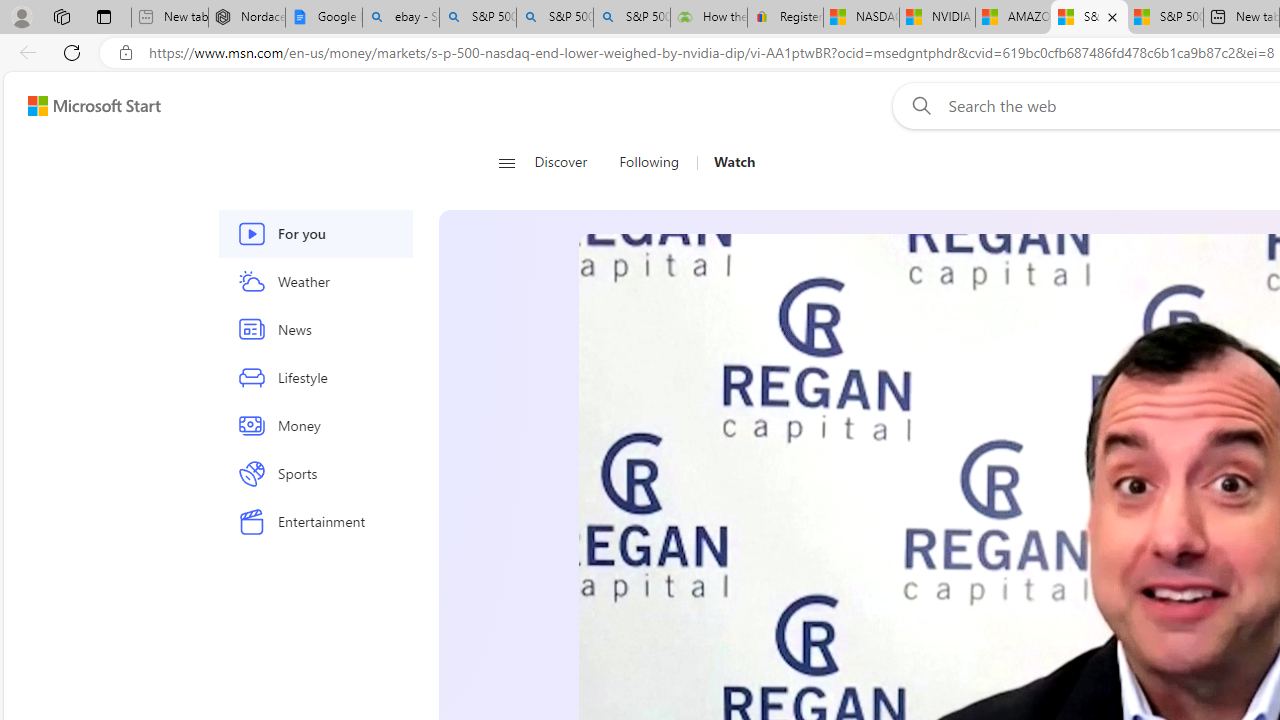 This screenshot has width=1280, height=720. What do you see at coordinates (506, 162) in the screenshot?
I see `'Class: button-glyph'` at bounding box center [506, 162].